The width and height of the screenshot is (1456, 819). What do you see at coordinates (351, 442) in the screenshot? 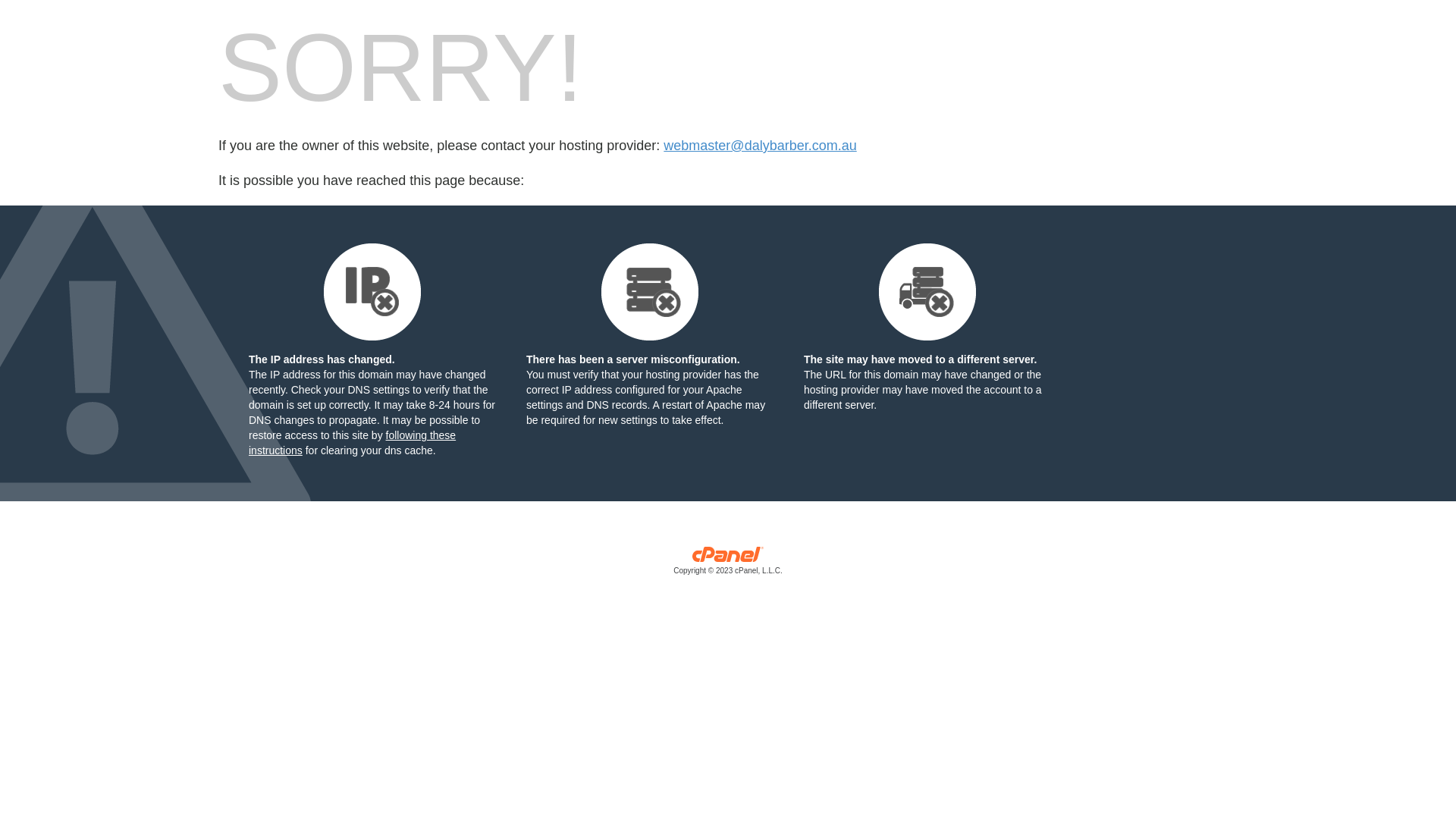
I see `'following these instructions'` at bounding box center [351, 442].